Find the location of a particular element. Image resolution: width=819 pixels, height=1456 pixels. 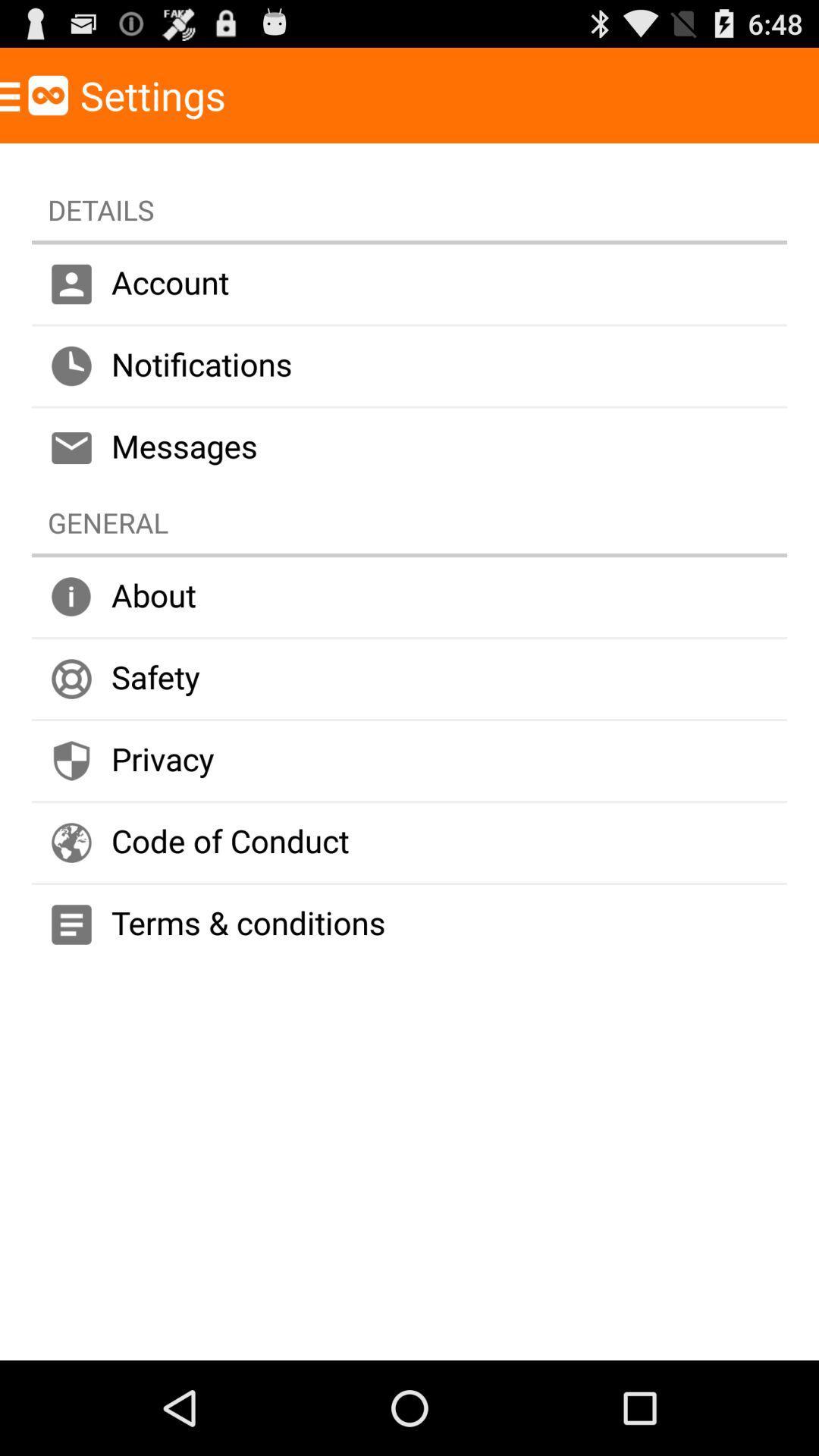

the icon below the account is located at coordinates (409, 366).